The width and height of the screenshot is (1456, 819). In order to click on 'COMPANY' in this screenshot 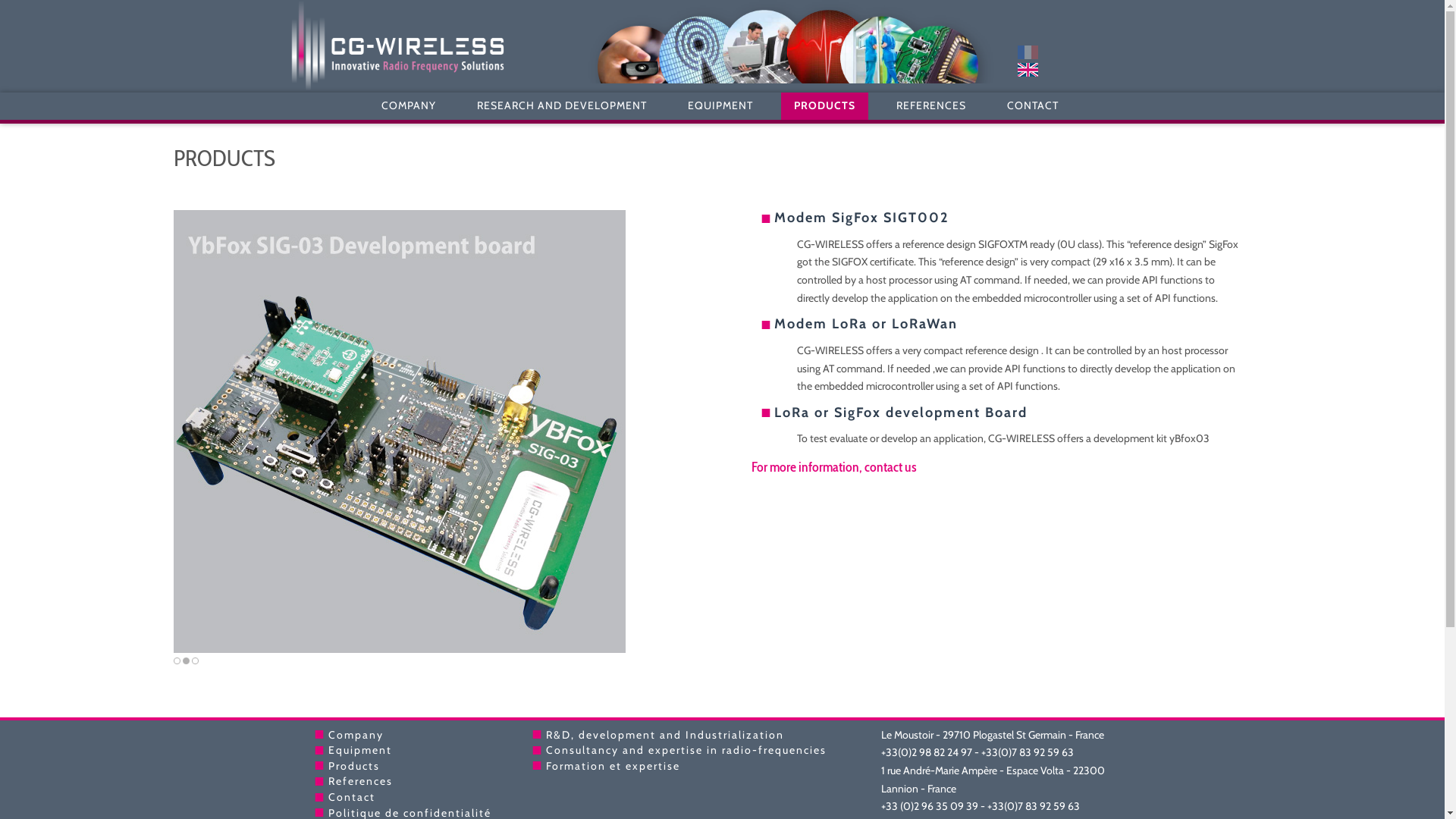, I will do `click(408, 105)`.